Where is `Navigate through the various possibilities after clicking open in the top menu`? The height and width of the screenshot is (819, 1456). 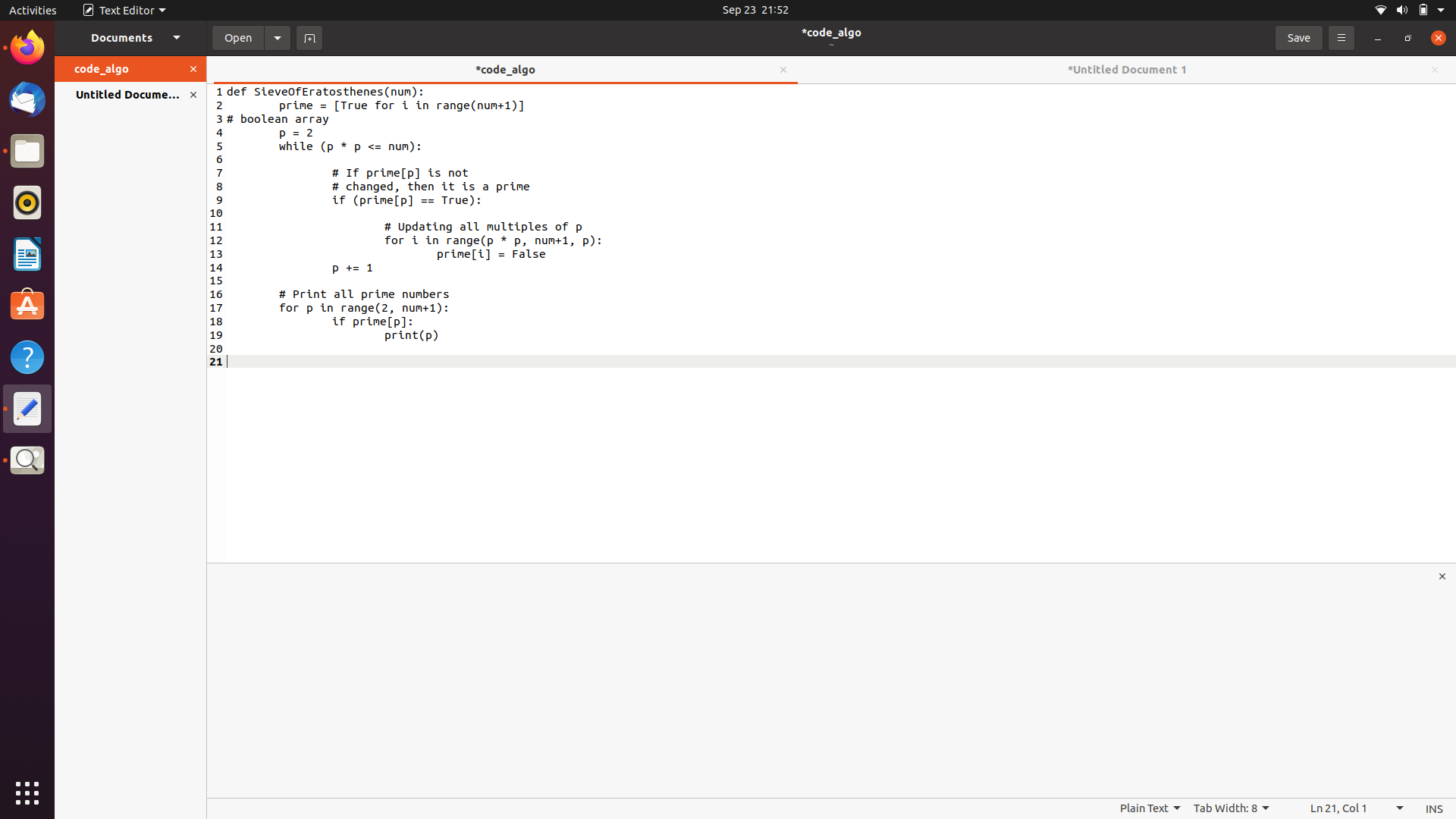
Navigate through the various possibilities after clicking open in the top menu is located at coordinates (278, 36).